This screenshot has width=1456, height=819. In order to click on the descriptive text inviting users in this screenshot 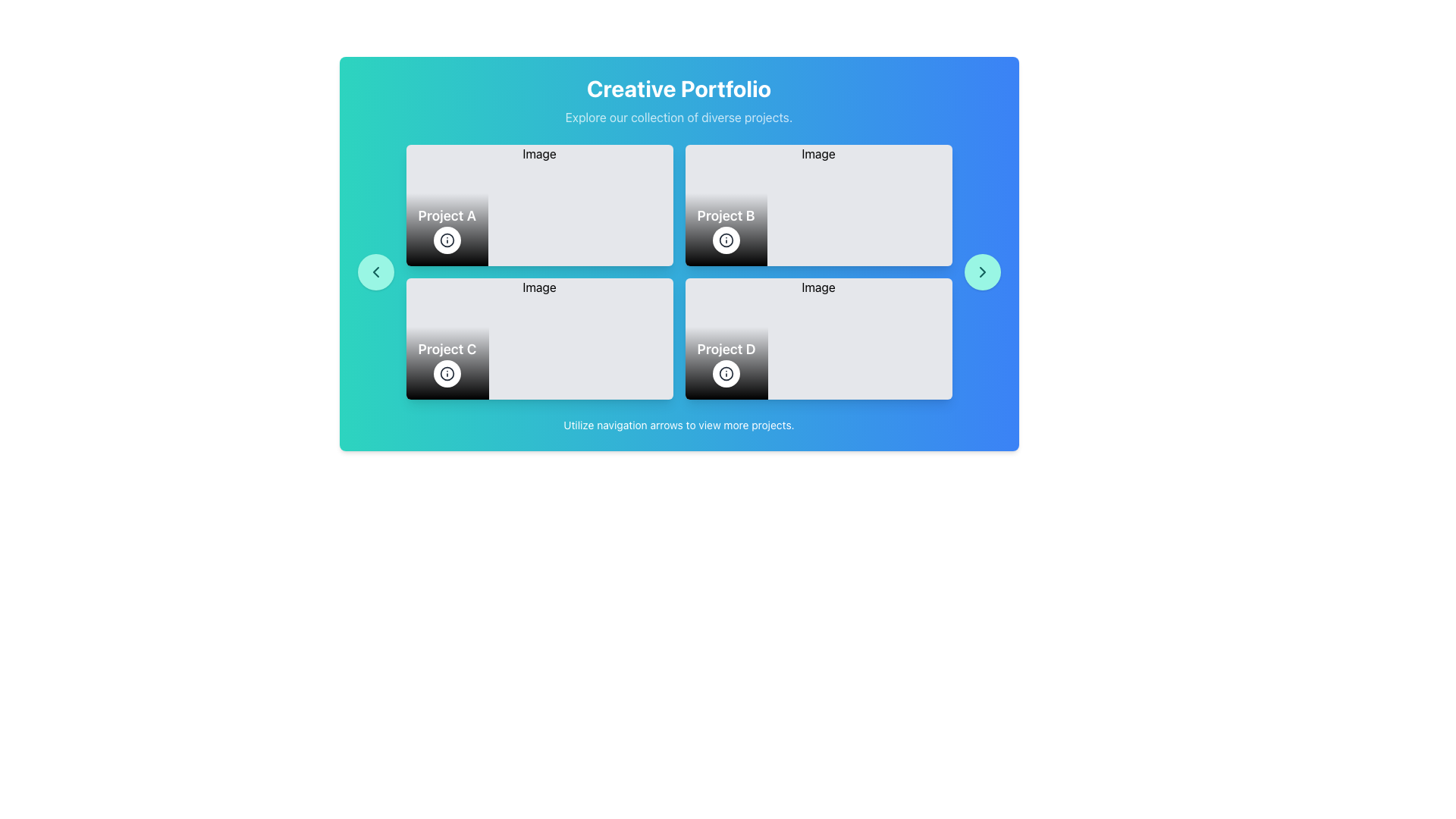, I will do `click(678, 116)`.